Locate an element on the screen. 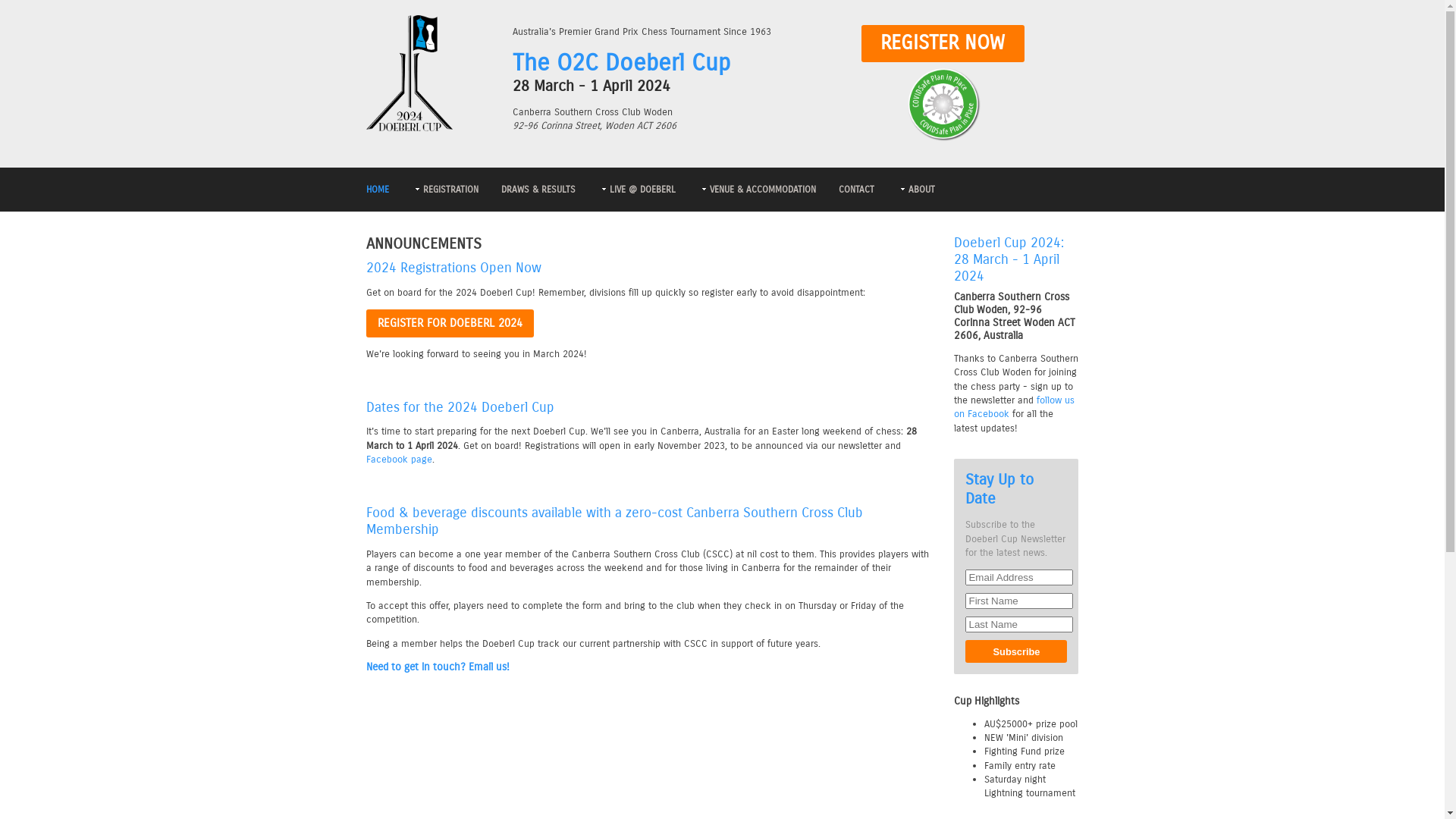 The width and height of the screenshot is (1456, 819). 'follow us on Facebook' is located at coordinates (1014, 406).